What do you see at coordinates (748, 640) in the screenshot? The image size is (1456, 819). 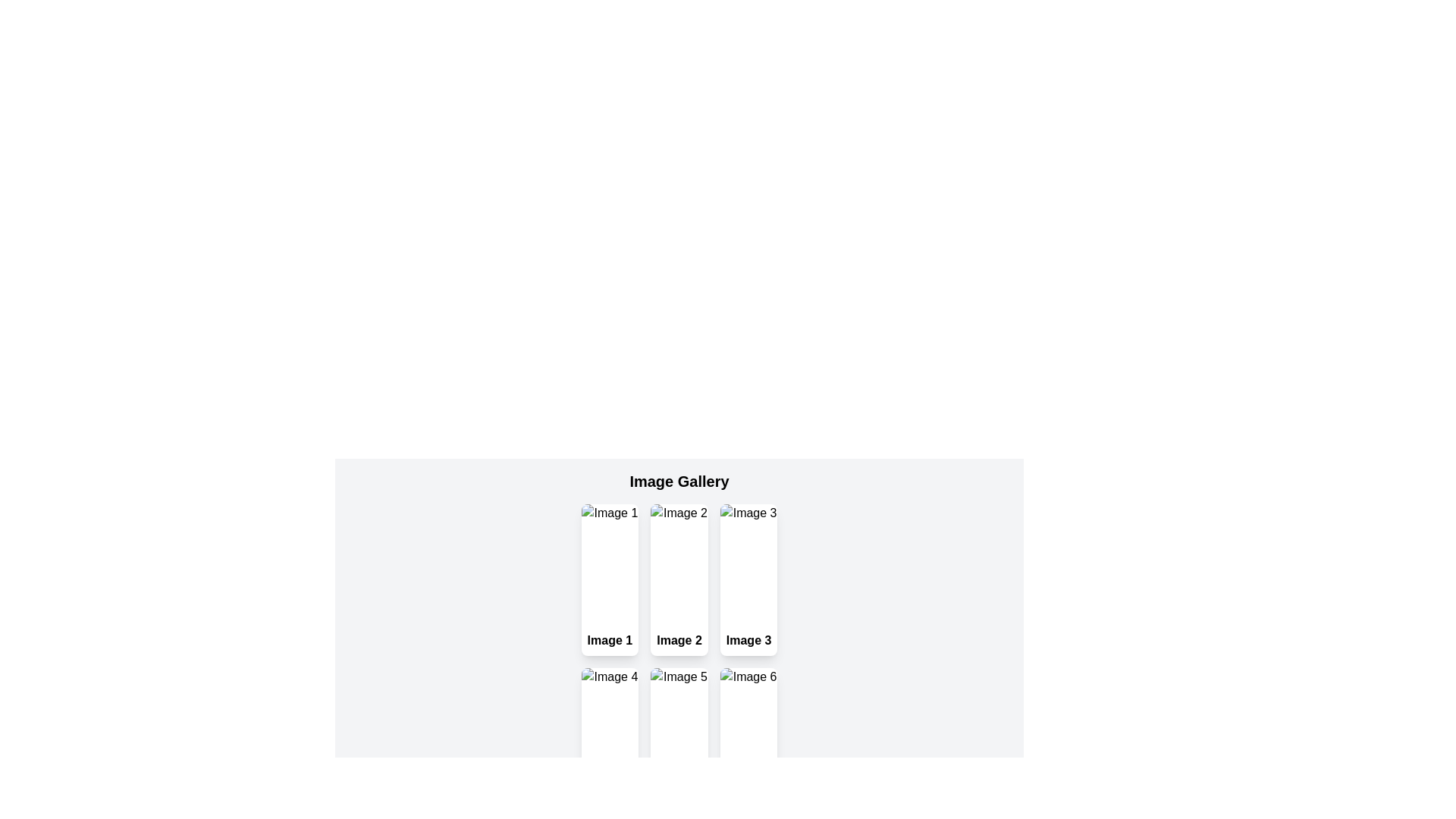 I see `text from the Text Label that displays 'Image 3', which is styled in bold font and aligned centrally as a caption under the adjacent image` at bounding box center [748, 640].